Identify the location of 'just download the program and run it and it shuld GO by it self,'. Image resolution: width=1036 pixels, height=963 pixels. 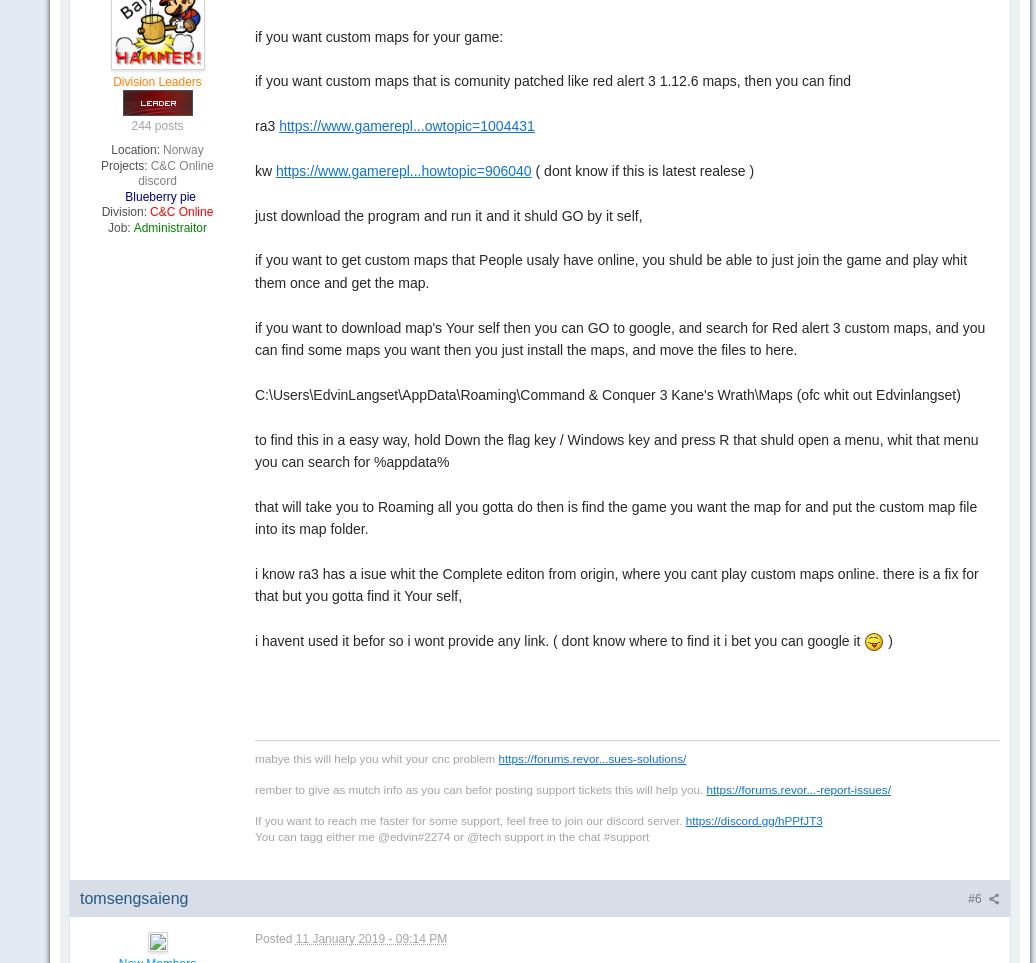
(448, 214).